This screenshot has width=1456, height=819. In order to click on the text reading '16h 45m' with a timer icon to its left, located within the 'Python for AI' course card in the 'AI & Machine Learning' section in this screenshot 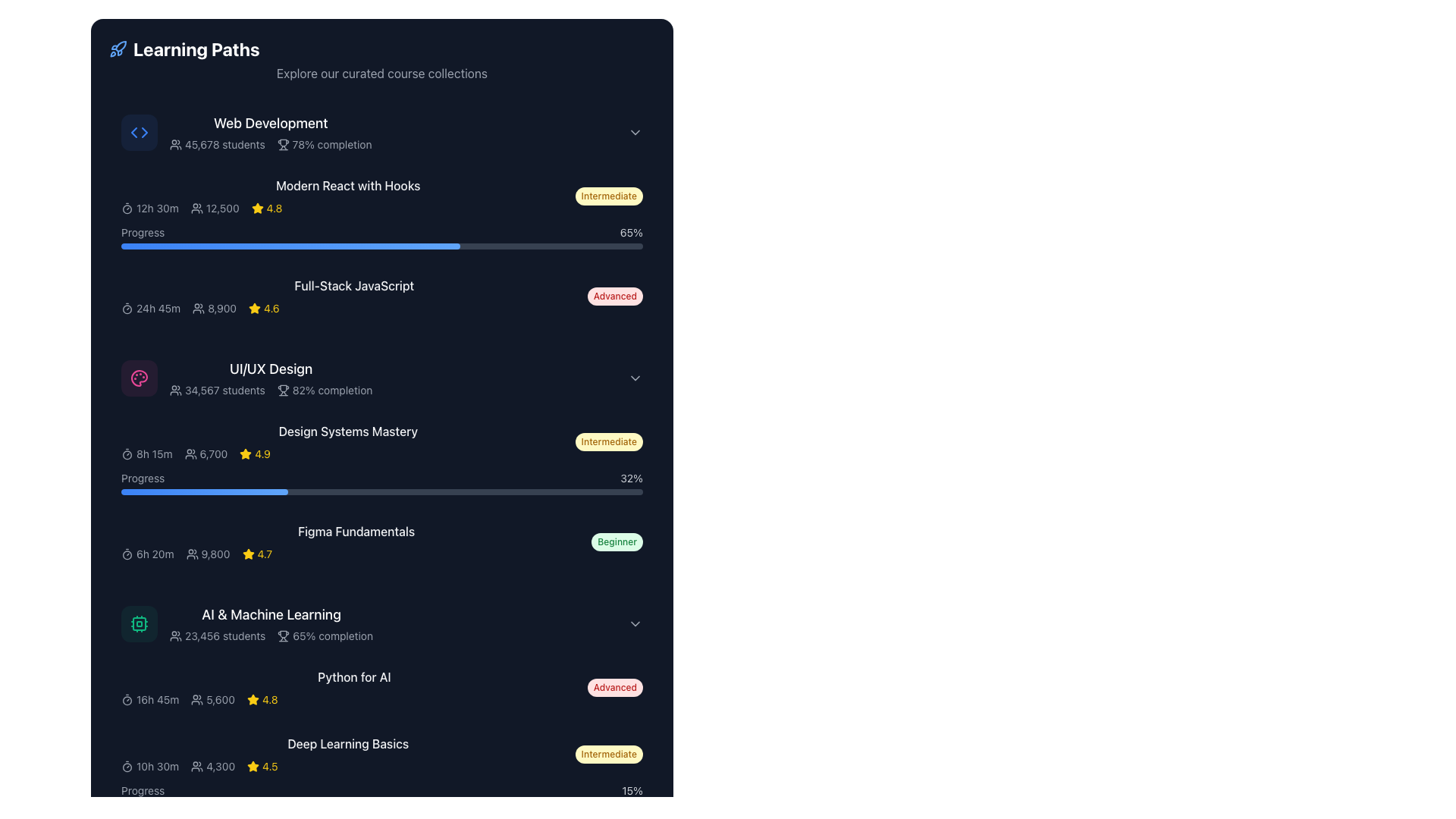, I will do `click(150, 699)`.